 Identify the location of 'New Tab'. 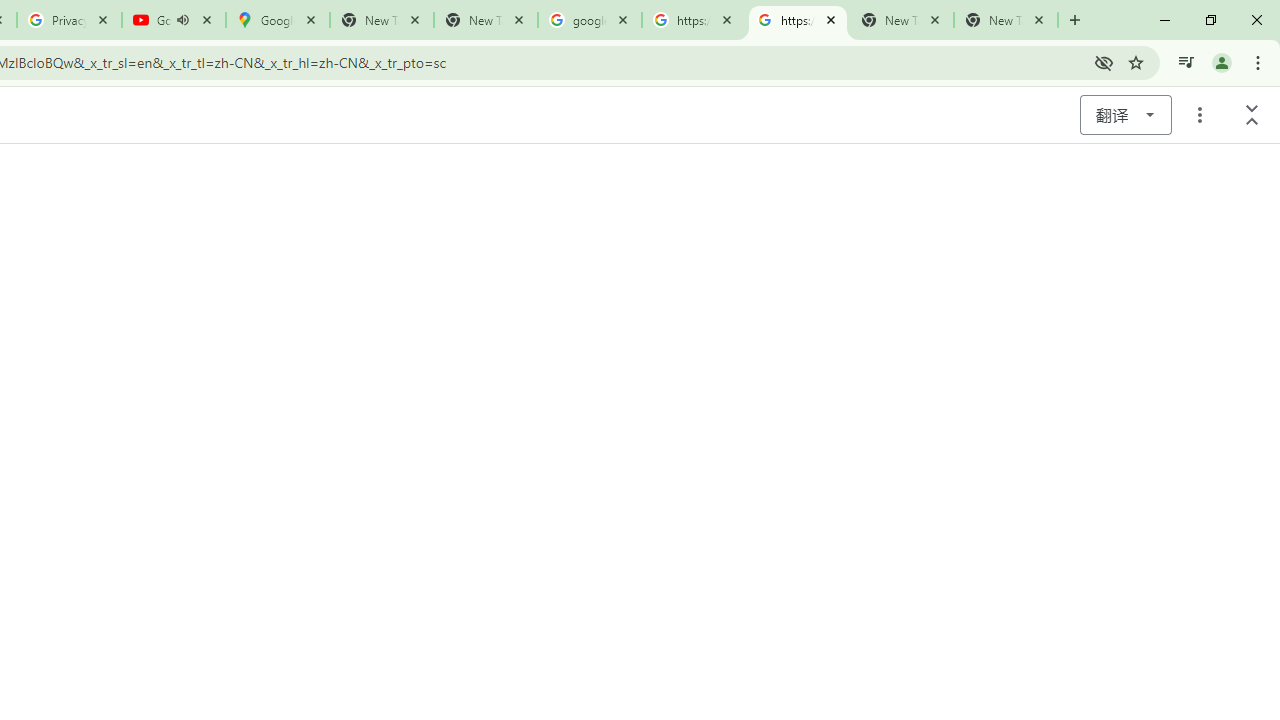
(1006, 20).